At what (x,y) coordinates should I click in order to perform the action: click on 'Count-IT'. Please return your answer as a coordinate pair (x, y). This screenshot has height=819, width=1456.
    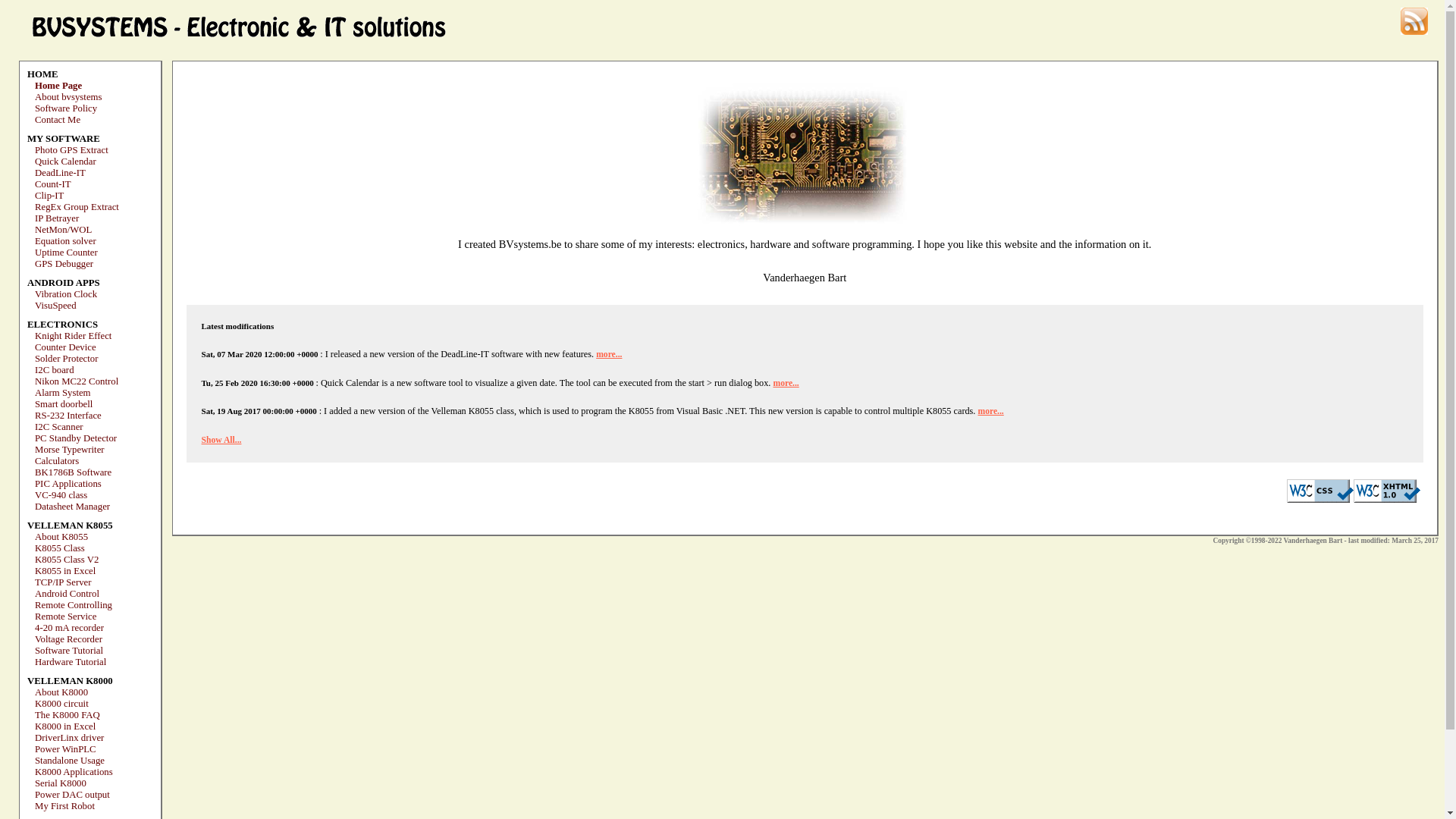
    Looking at the image, I should click on (53, 184).